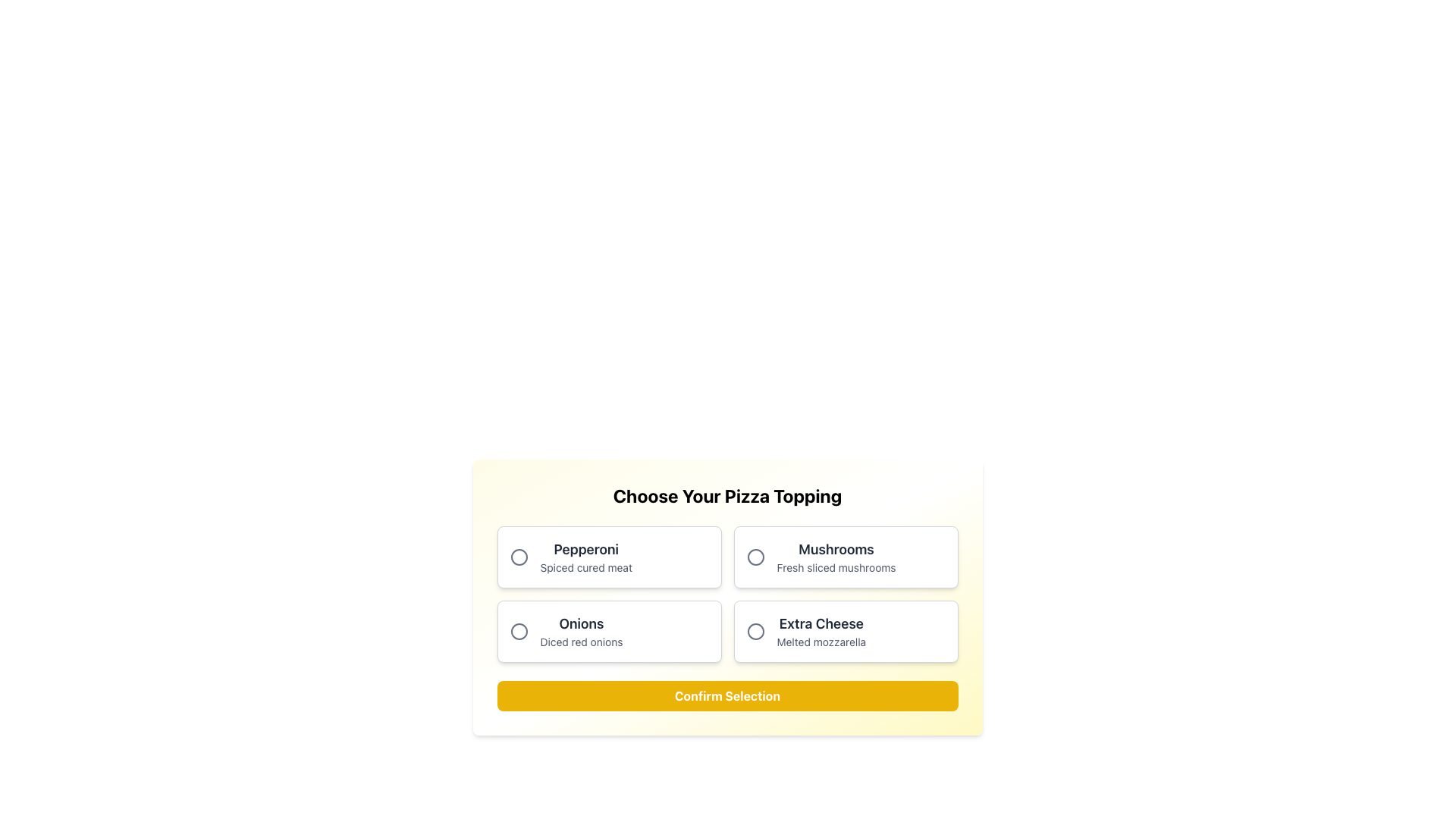 This screenshot has height=819, width=1456. I want to click on the Text Label that provides additional information about the selection option 'Onions', located beneath the text 'Onions' in the bottom-left grid cell of the menu, so click(581, 642).